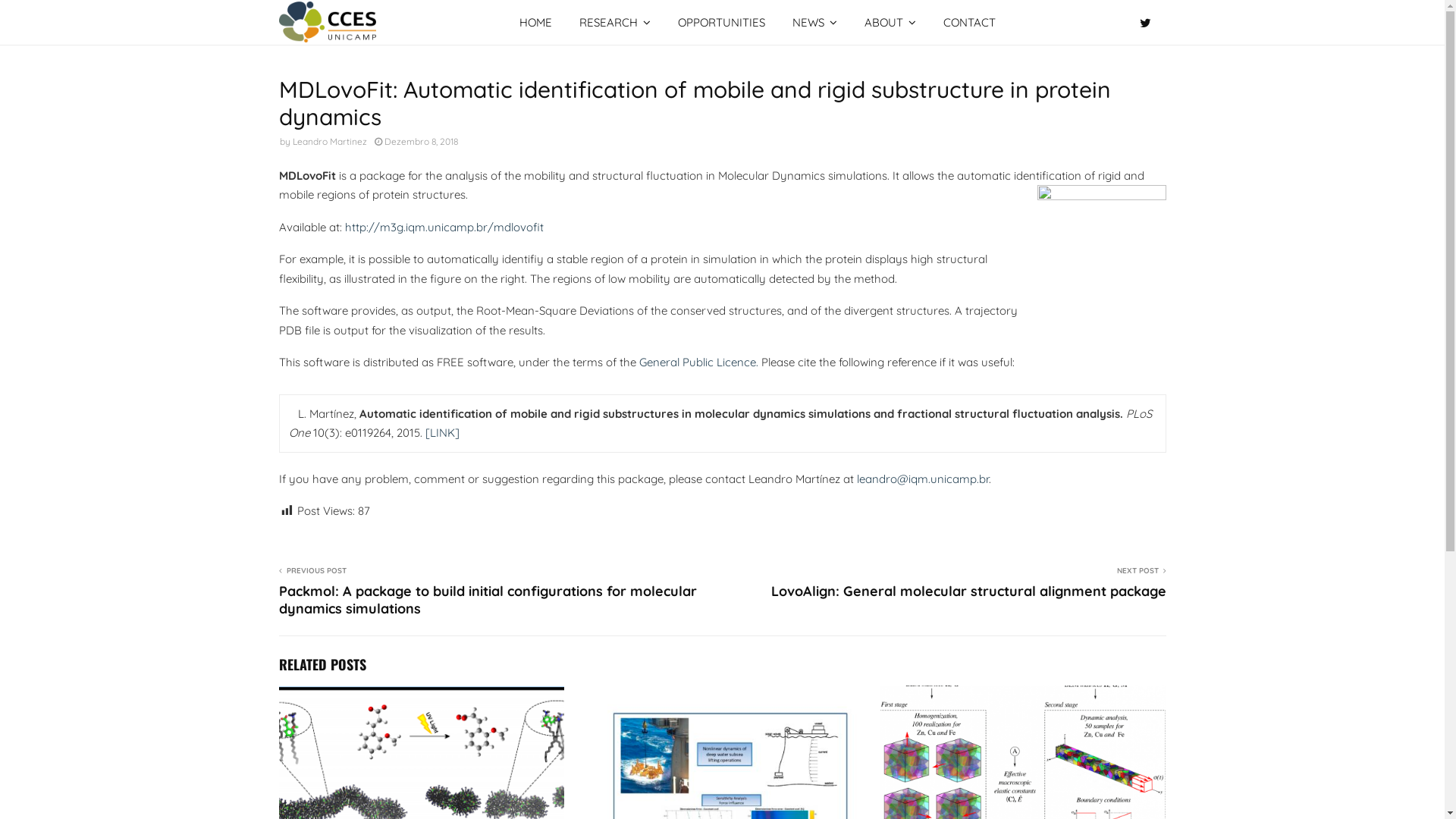 The image size is (1456, 819). I want to click on 'Twitter', so click(1148, 23).